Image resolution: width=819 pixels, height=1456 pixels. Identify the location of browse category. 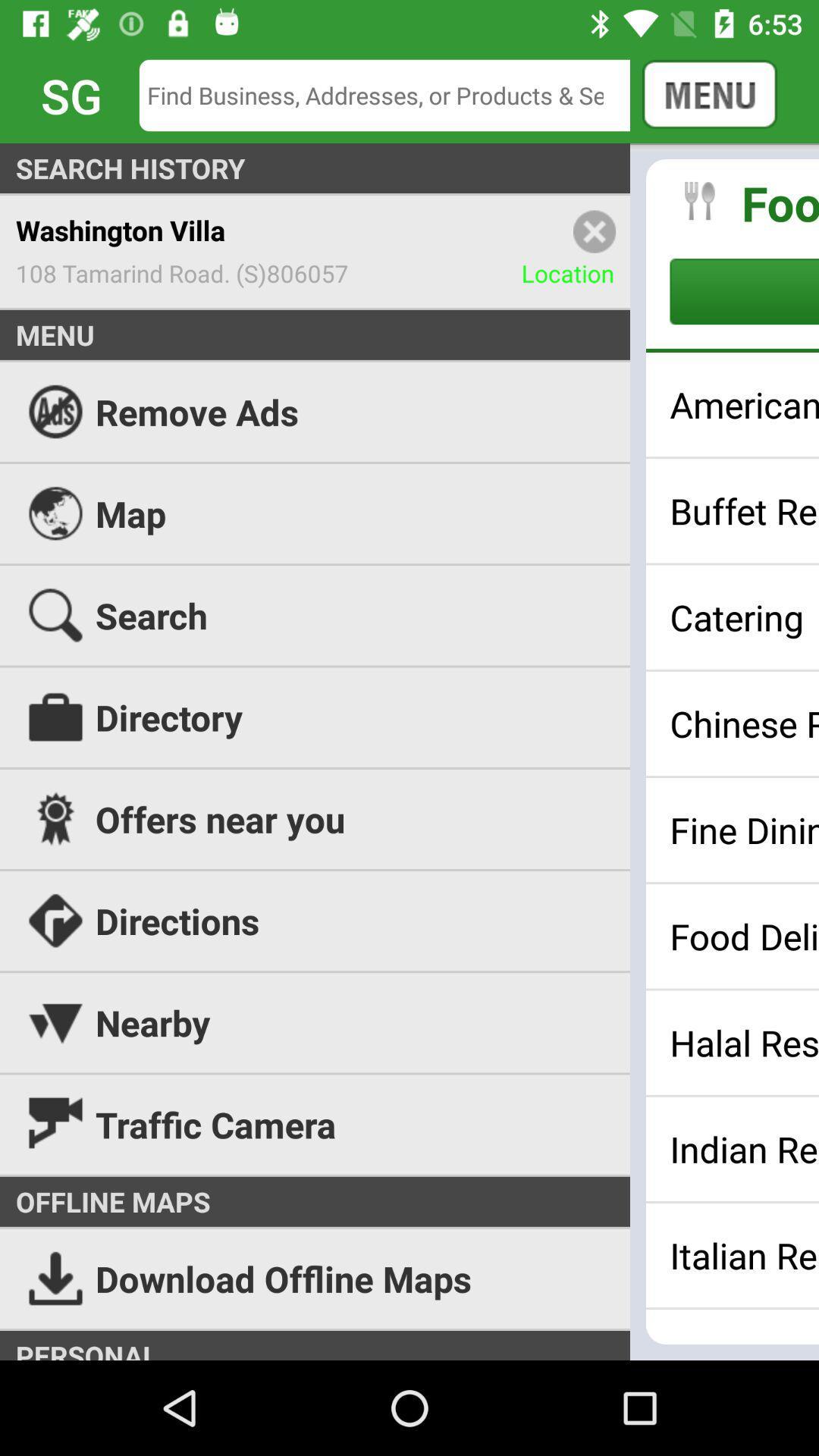
(743, 291).